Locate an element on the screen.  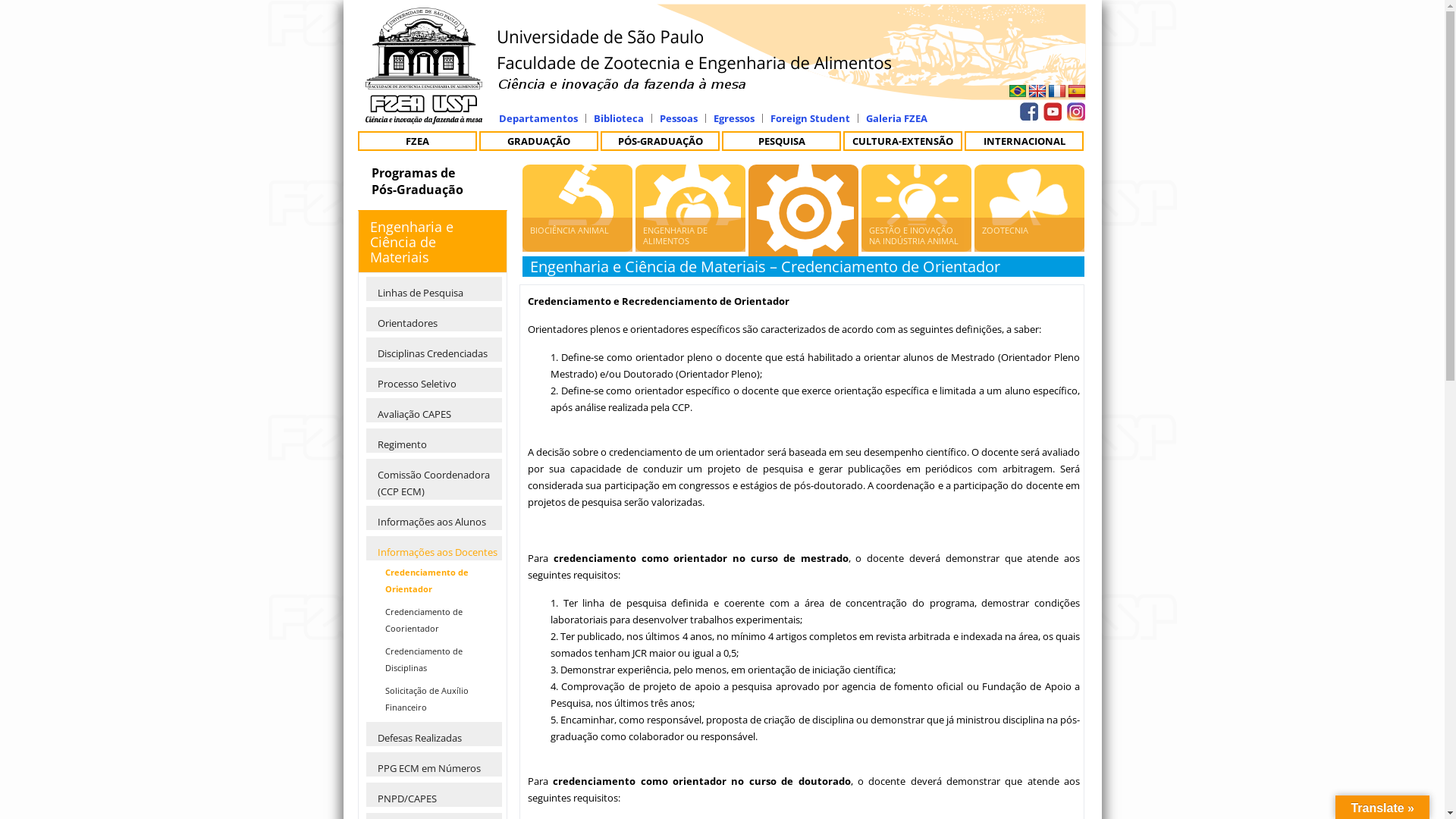
'Credenciamento de Coorientador' is located at coordinates (436, 620).